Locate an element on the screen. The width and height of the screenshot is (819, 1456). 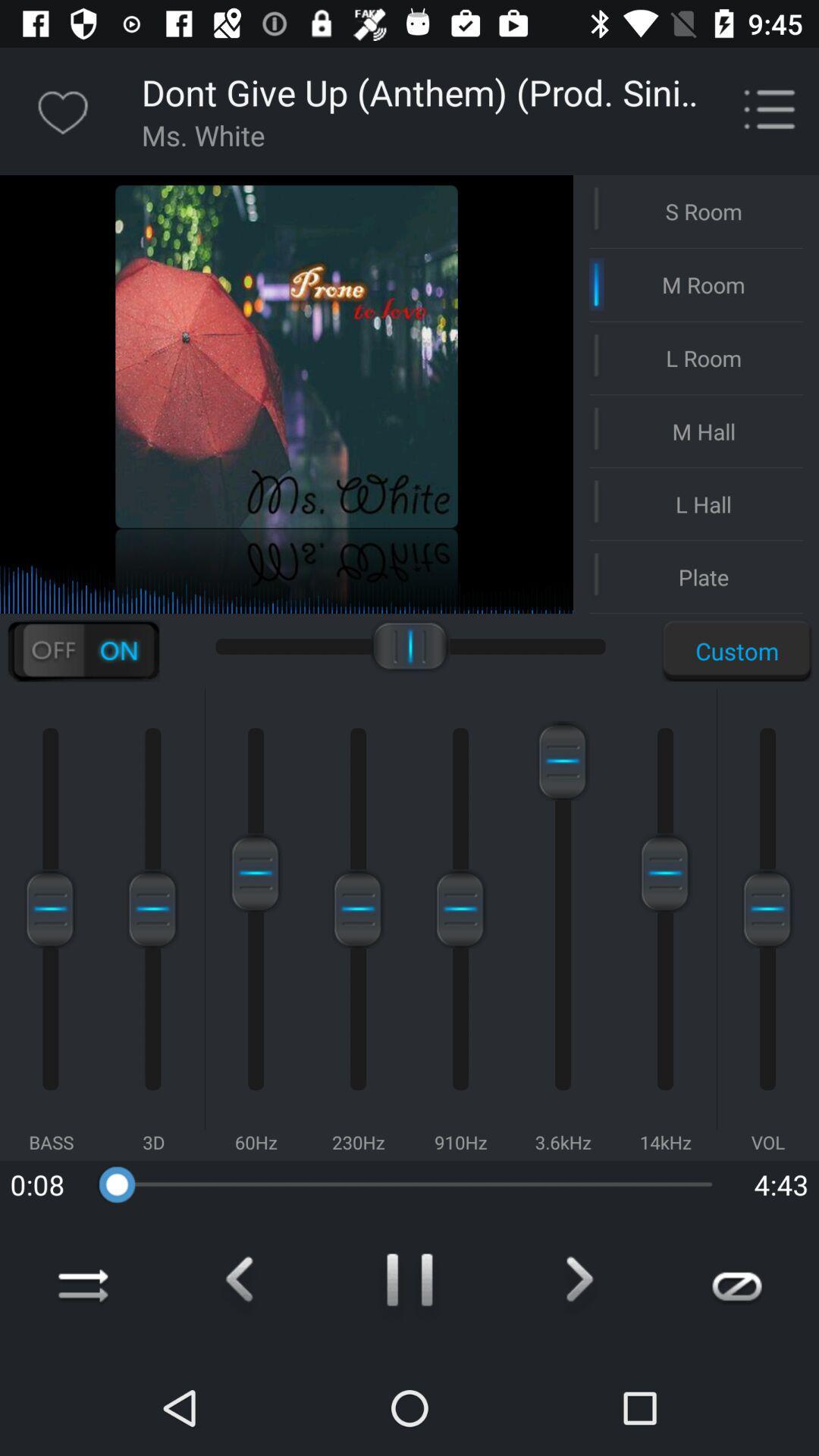
the arrow_backward icon is located at coordinates (245, 1283).